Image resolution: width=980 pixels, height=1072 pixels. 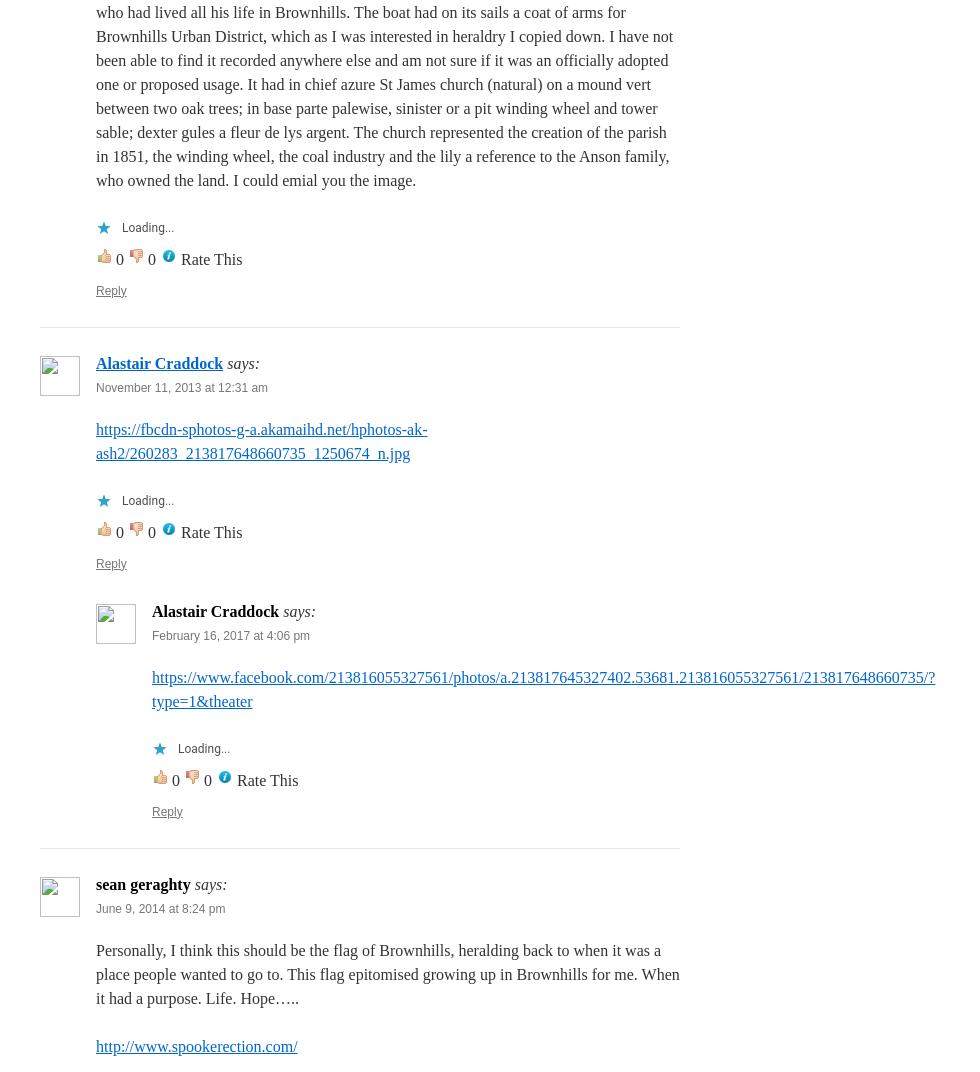 I want to click on 'http://www.spookerection.com/', so click(x=196, y=1045).